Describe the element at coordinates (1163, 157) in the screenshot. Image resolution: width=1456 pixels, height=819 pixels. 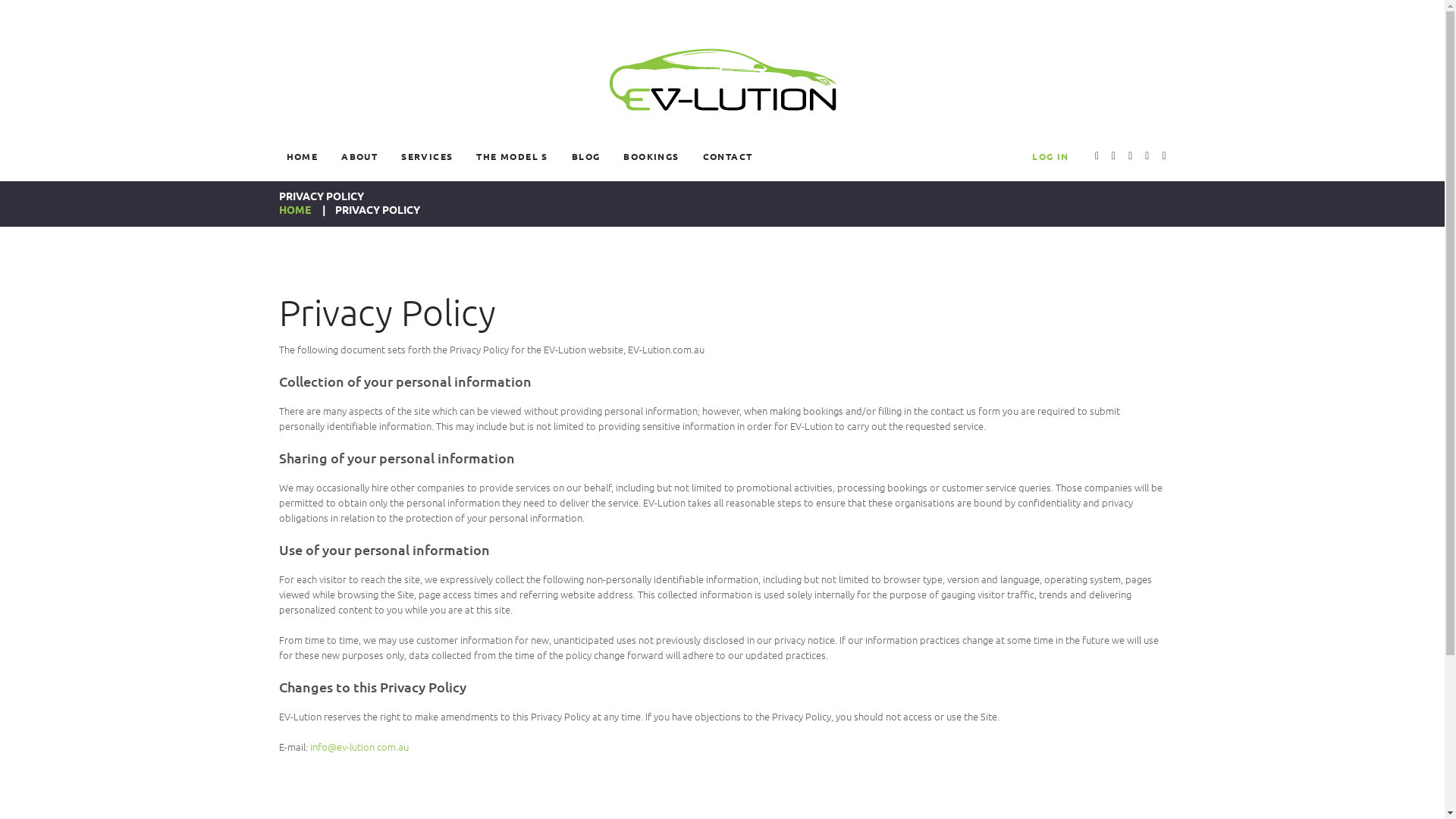
I see `'facebook'` at that location.